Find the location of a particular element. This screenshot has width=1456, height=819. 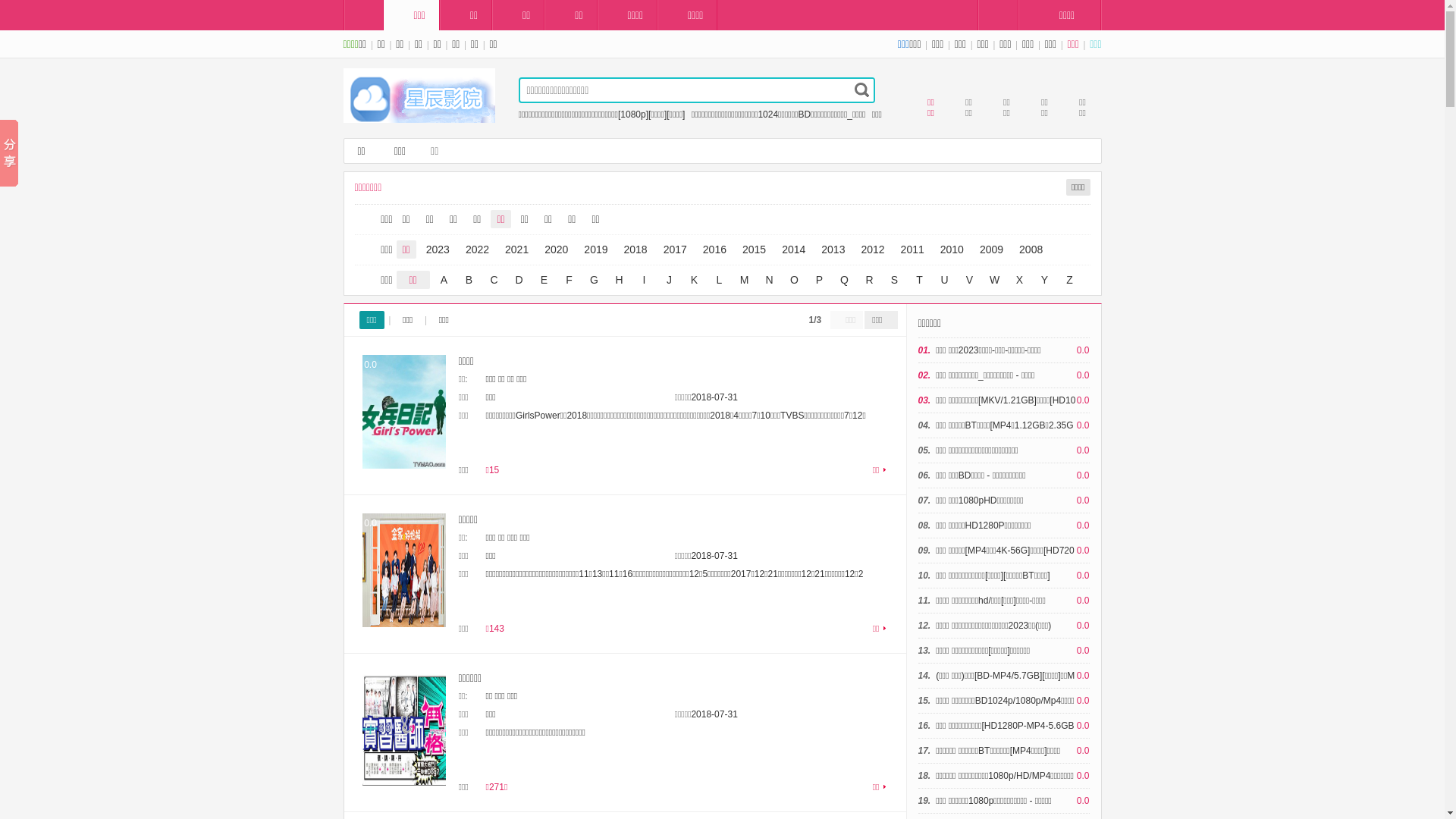

'2017' is located at coordinates (674, 248).